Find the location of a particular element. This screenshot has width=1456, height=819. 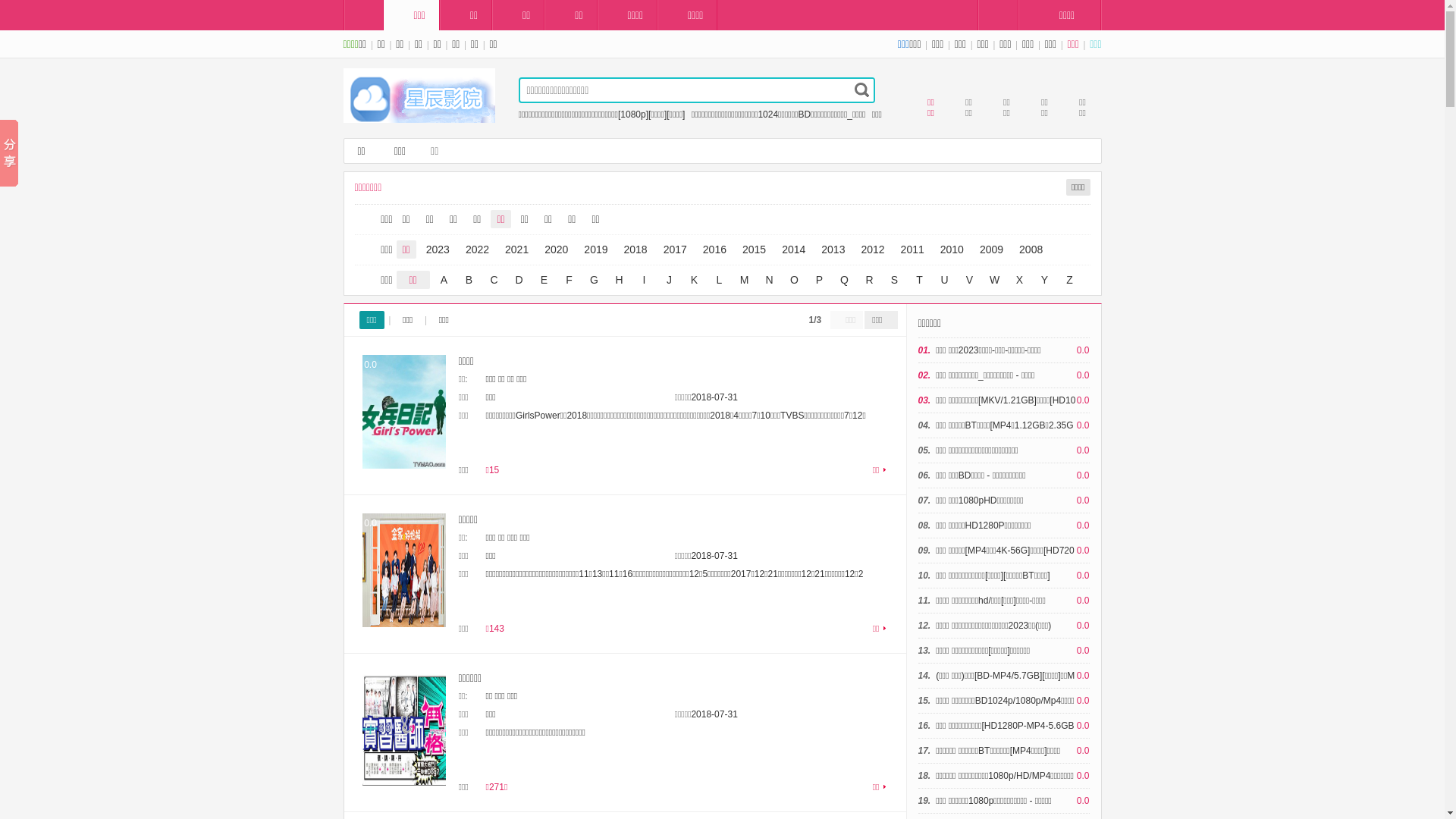

'2017' is located at coordinates (674, 248).